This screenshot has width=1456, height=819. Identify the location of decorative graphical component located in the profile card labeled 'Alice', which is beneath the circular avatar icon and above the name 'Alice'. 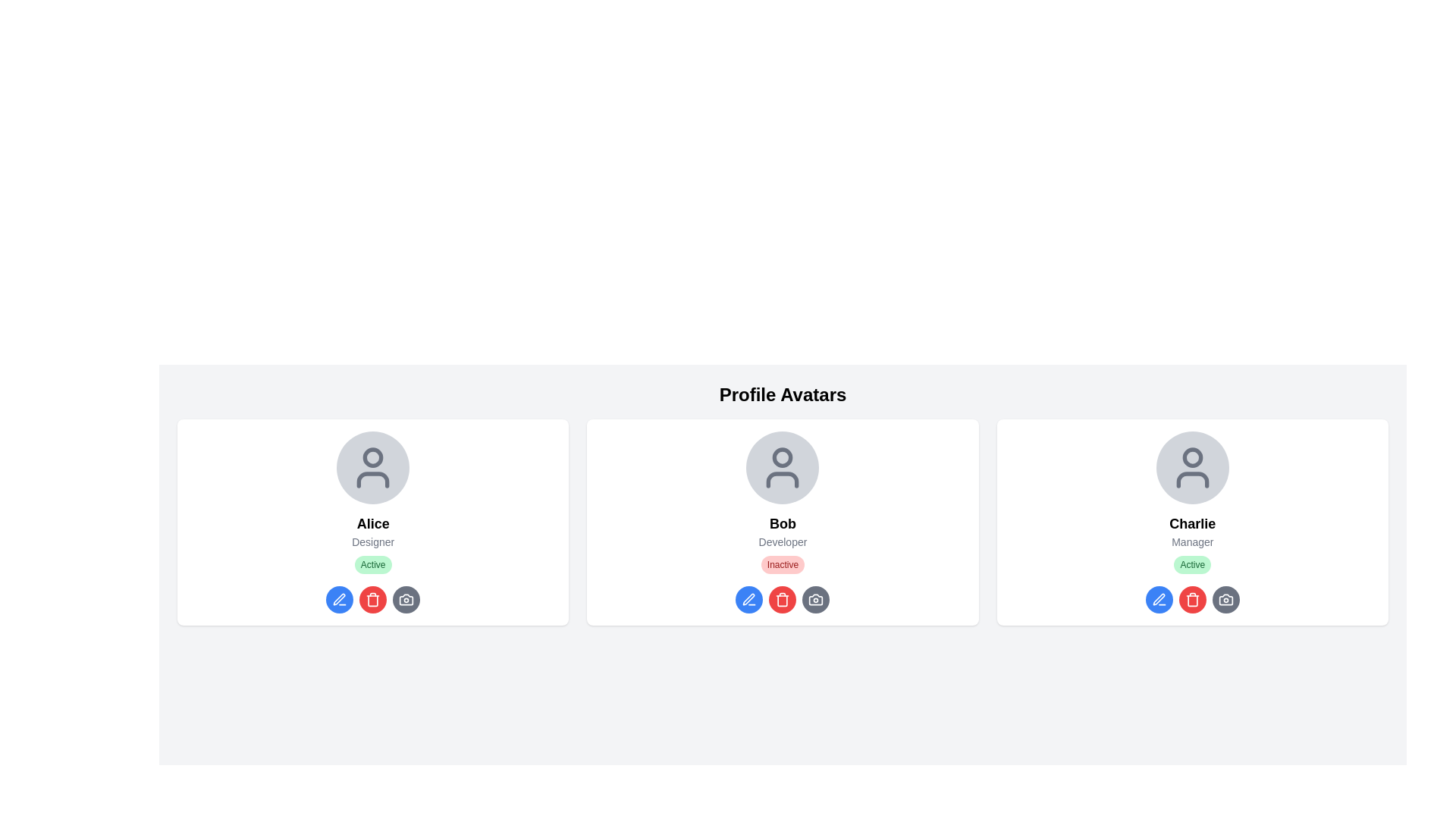
(373, 479).